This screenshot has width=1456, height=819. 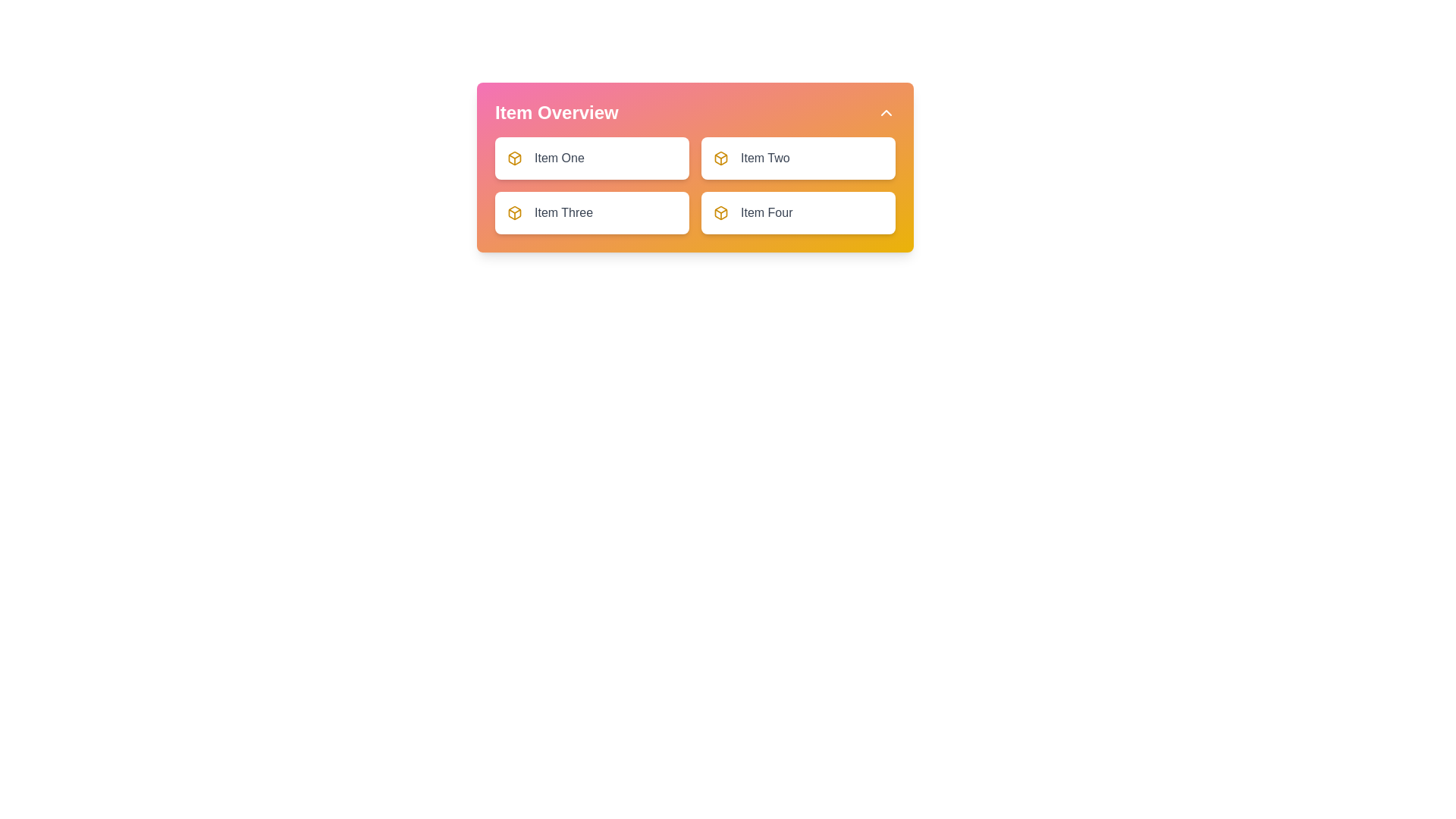 What do you see at coordinates (720, 158) in the screenshot?
I see `the yellow cube-shaped icon with a hollow outlined appearance located within the 'Item Two' button in the grid layout of the 'Item Overview' section` at bounding box center [720, 158].